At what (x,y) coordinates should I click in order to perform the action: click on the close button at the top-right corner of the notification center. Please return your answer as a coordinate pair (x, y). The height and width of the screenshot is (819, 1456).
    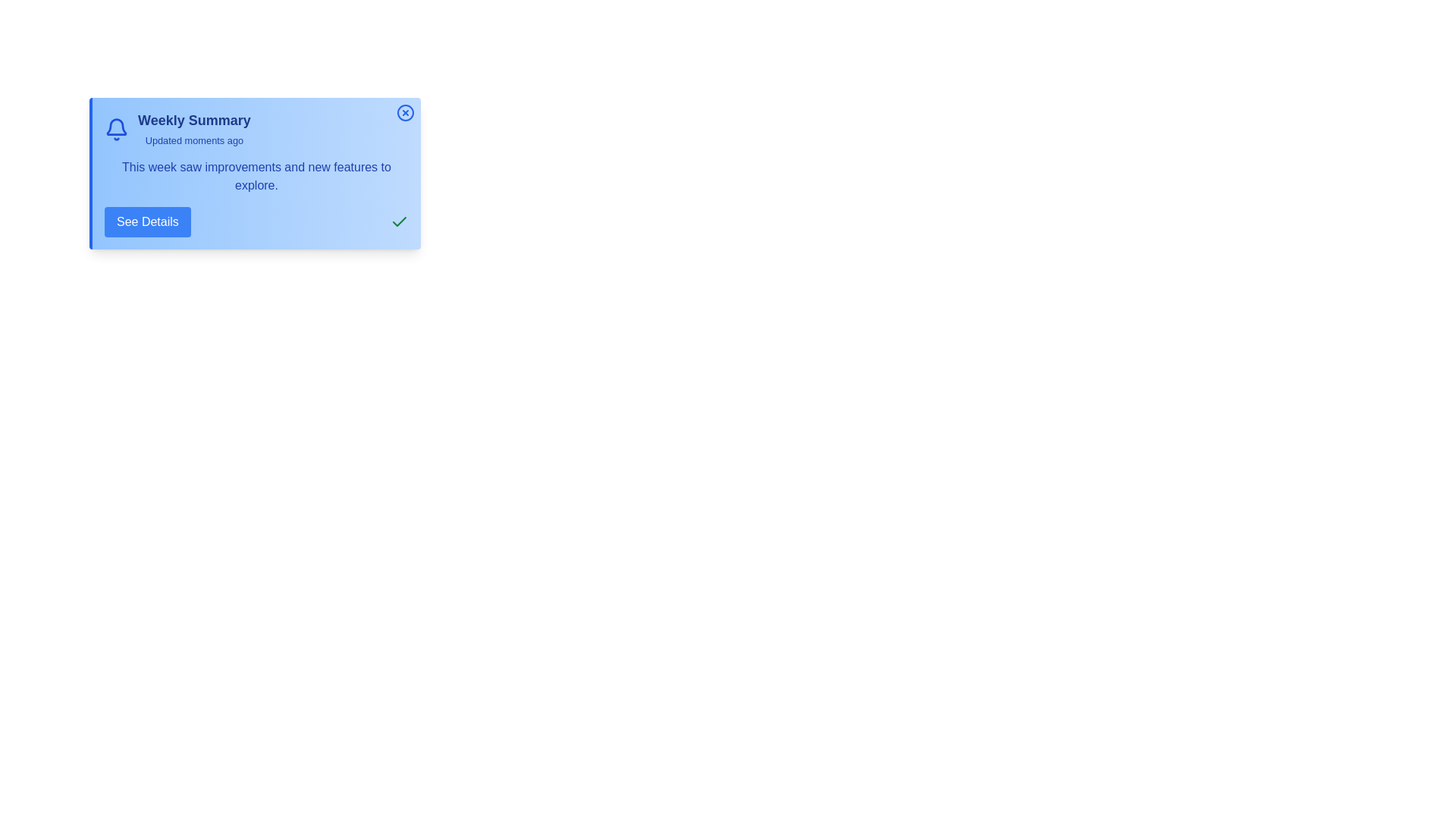
    Looking at the image, I should click on (405, 112).